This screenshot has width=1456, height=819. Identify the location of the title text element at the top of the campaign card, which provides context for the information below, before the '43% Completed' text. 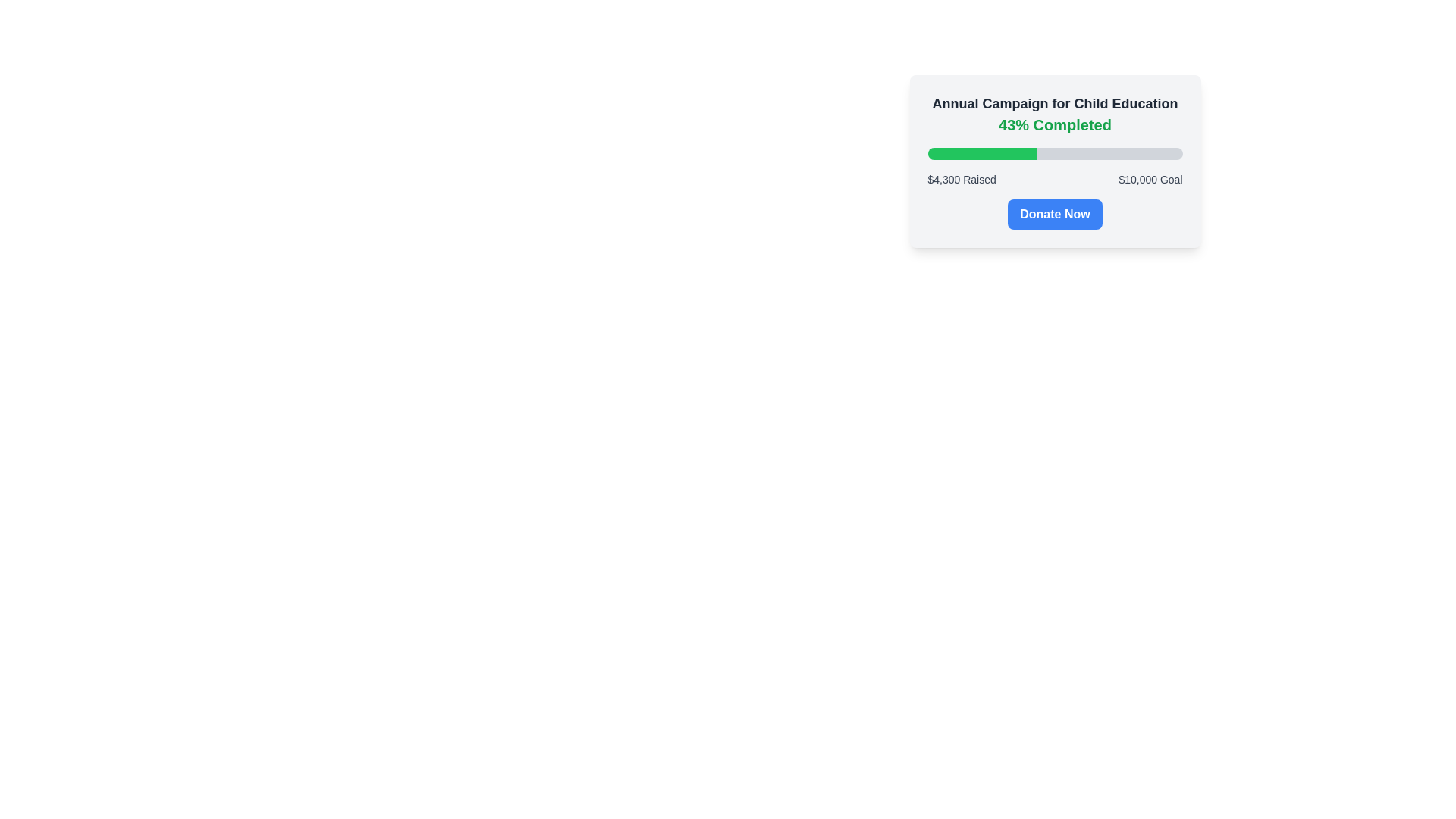
(1054, 103).